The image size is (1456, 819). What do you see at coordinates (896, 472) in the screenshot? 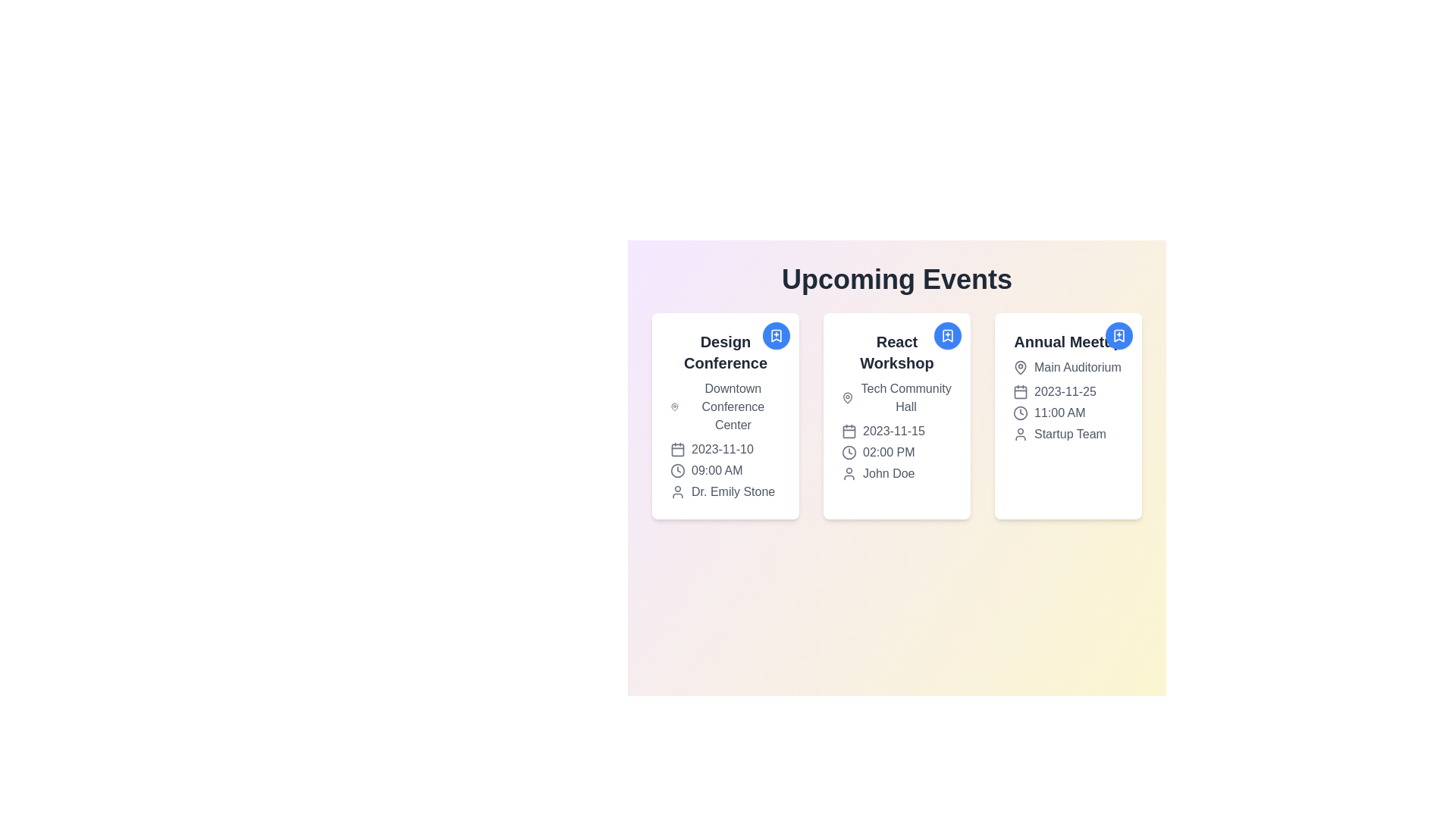
I see `the label 'John Doe' with a user icon, located at the bottom of the 'React Workshop' card, directly beneath '02:00 PM'` at bounding box center [896, 472].